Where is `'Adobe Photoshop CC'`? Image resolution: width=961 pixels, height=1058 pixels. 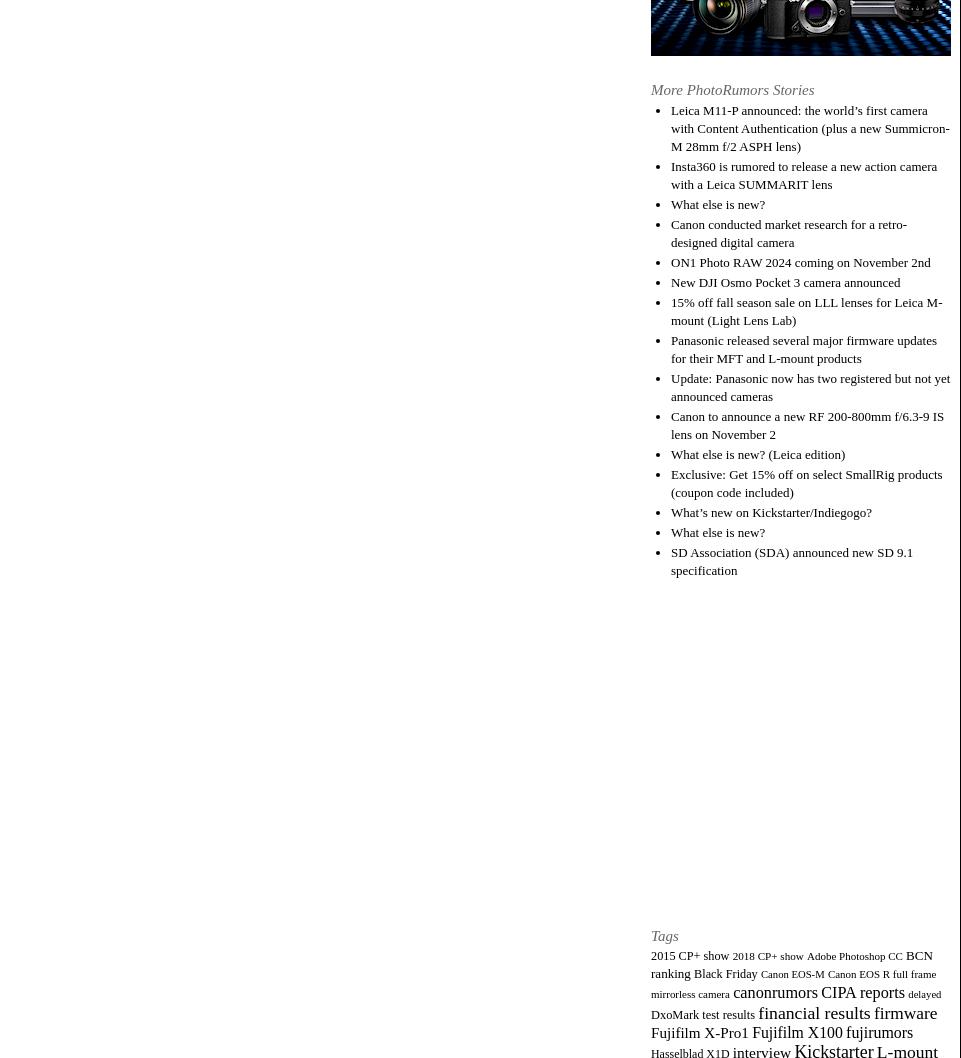
'Adobe Photoshop CC' is located at coordinates (854, 954).